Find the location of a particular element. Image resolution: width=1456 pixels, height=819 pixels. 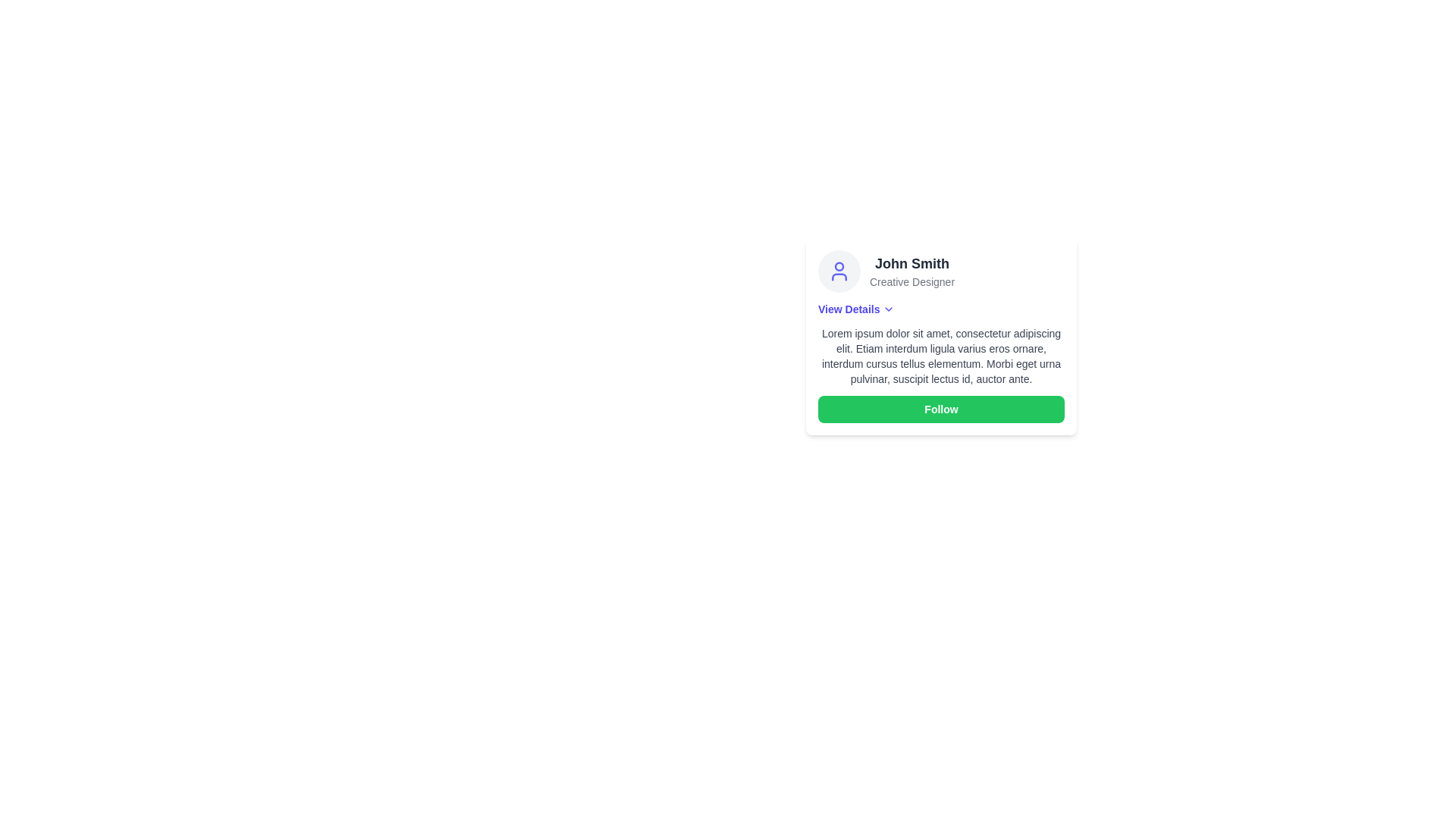

the descriptive text block located in the middle section of the card, which is positioned beneath the 'View Details' text and above the 'Follow' button is located at coordinates (940, 356).